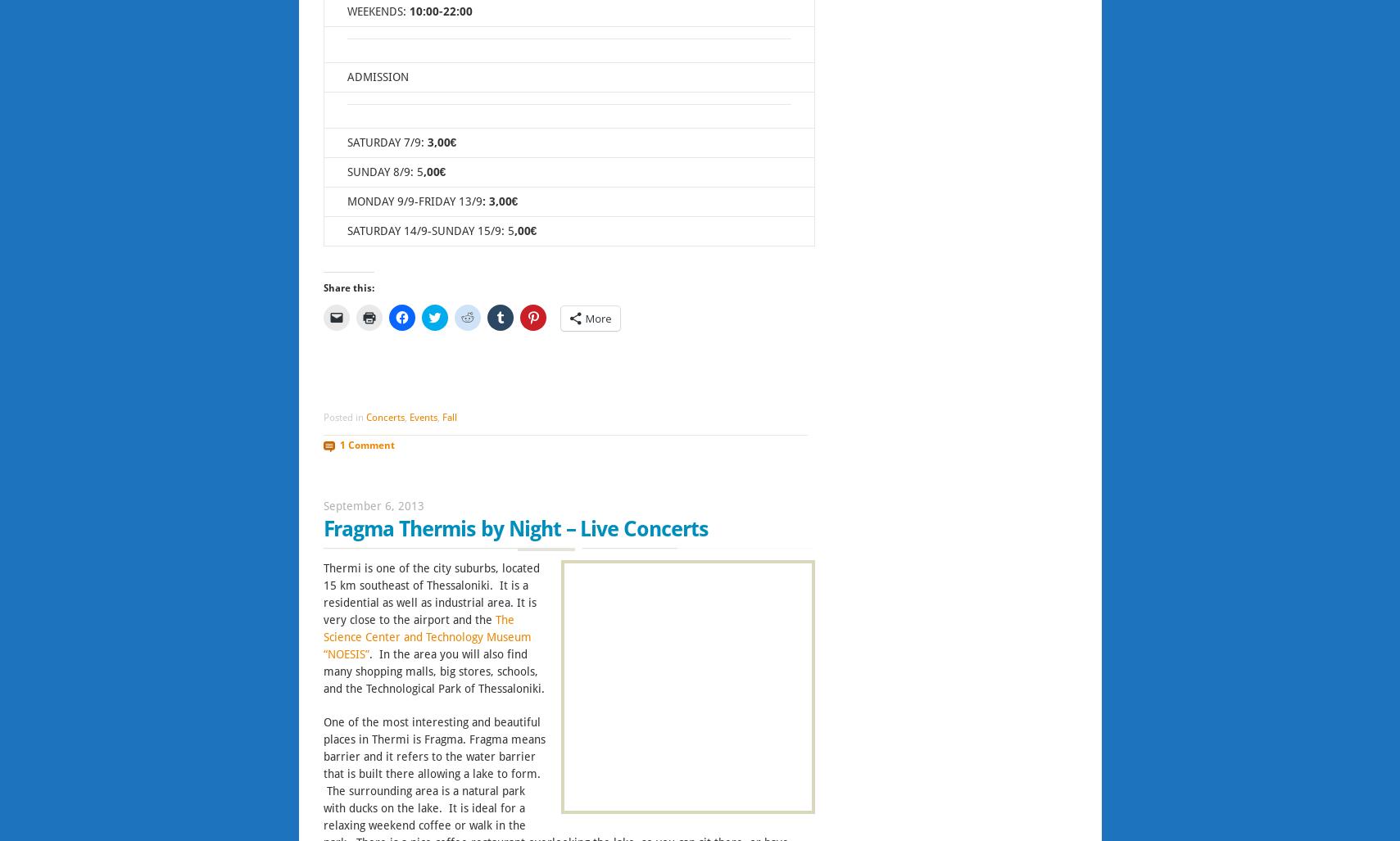  Describe the element at coordinates (426, 635) in the screenshot. I see `'The Science Center and Technology Museum “NOESIS”'` at that location.